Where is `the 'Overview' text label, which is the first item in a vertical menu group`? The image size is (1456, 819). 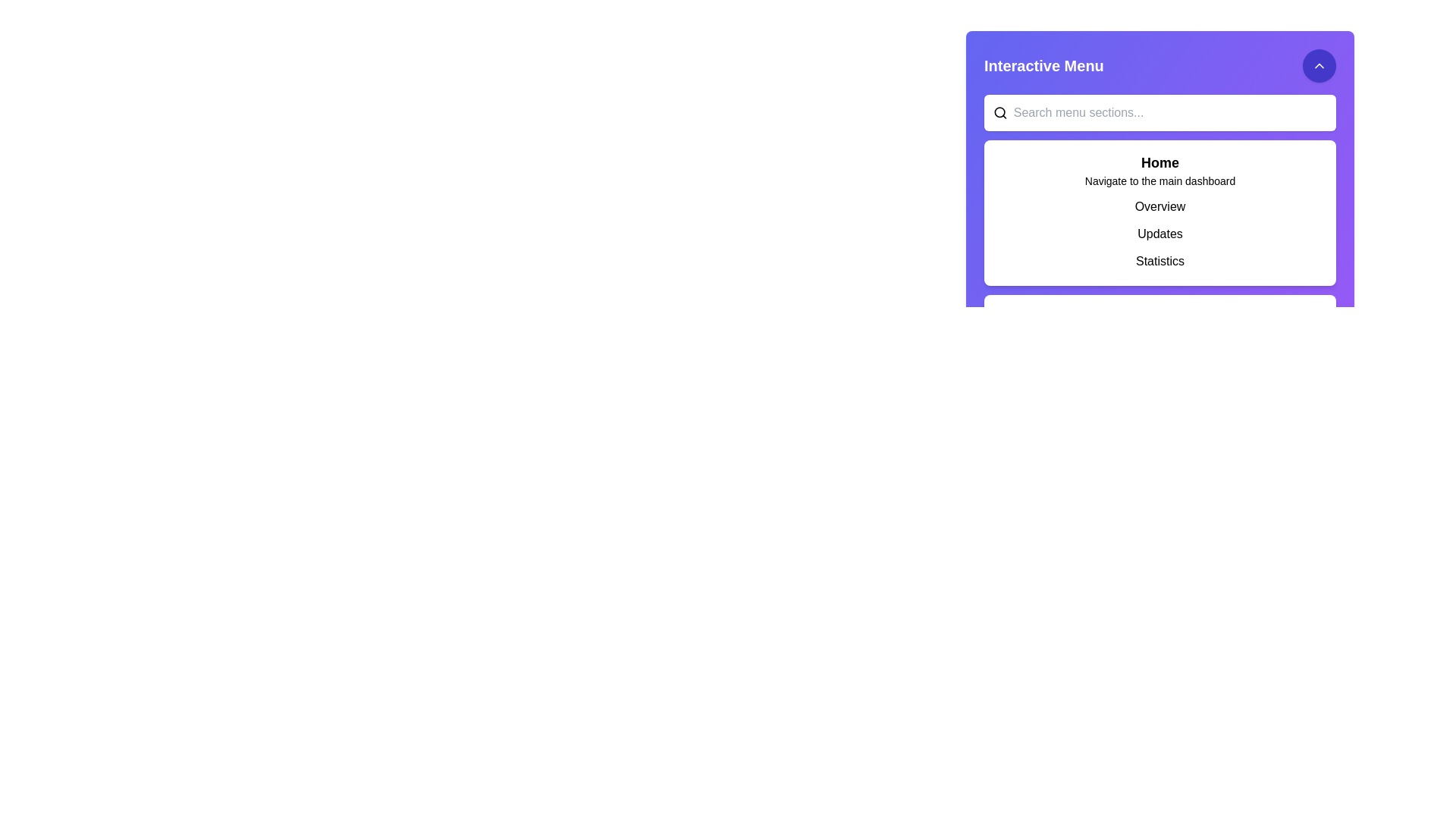
the 'Overview' text label, which is the first item in a vertical menu group is located at coordinates (1159, 207).